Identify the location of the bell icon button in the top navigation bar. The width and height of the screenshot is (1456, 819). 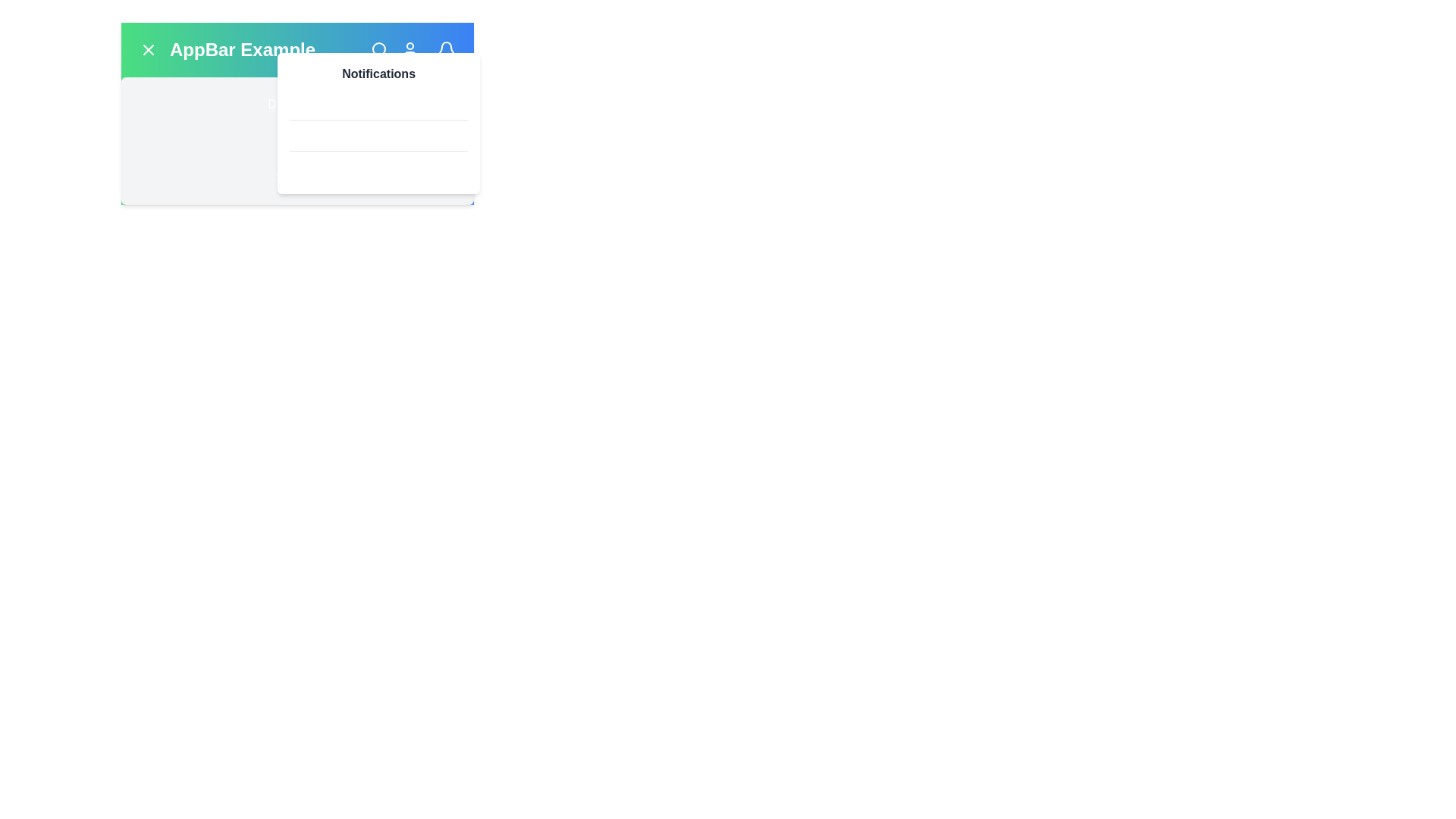
(446, 49).